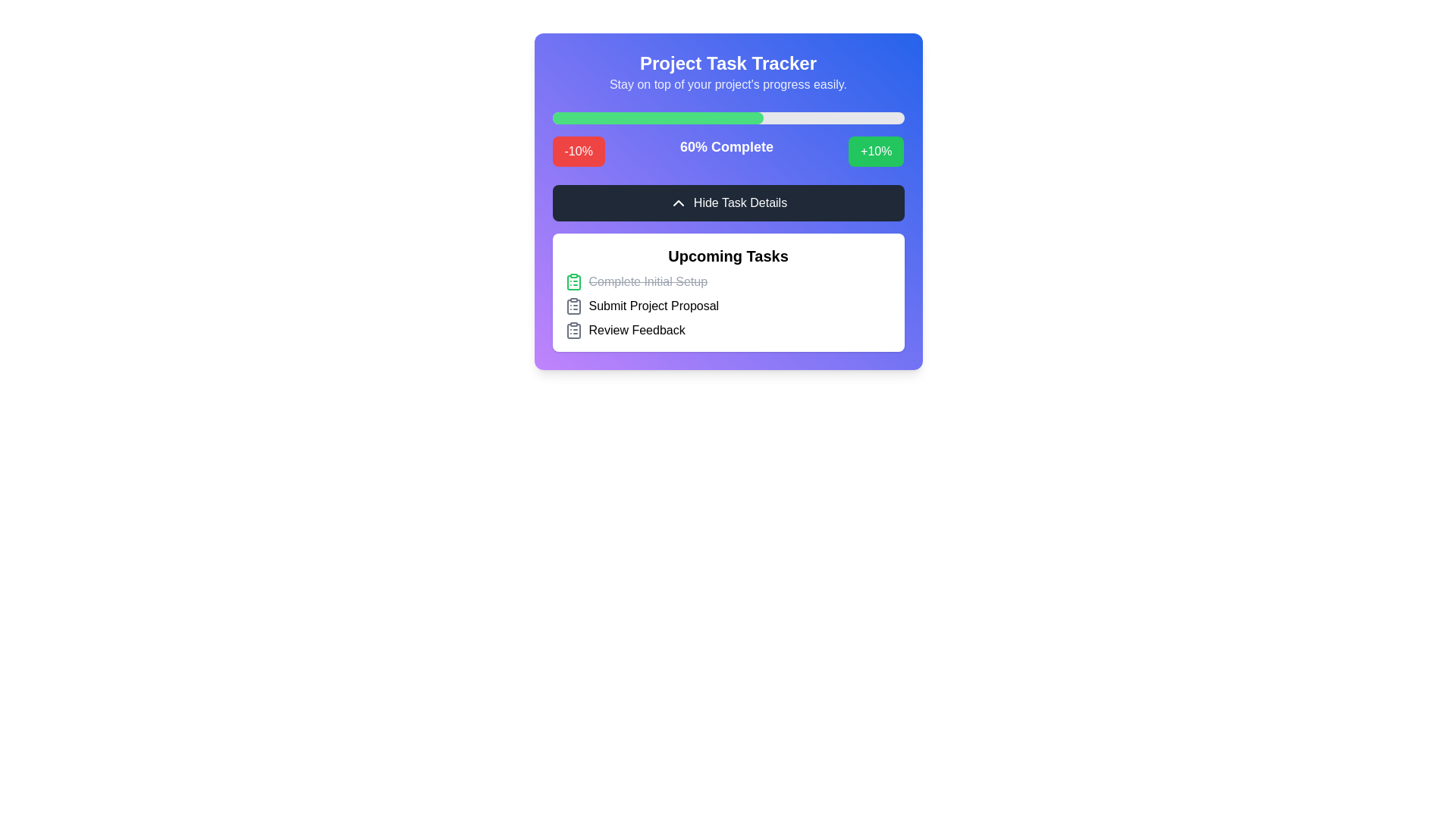 The width and height of the screenshot is (1456, 819). Describe the element at coordinates (728, 256) in the screenshot. I see `header text that categorizes the section above the task list, which is centrally aligned within a rounded white box` at that location.